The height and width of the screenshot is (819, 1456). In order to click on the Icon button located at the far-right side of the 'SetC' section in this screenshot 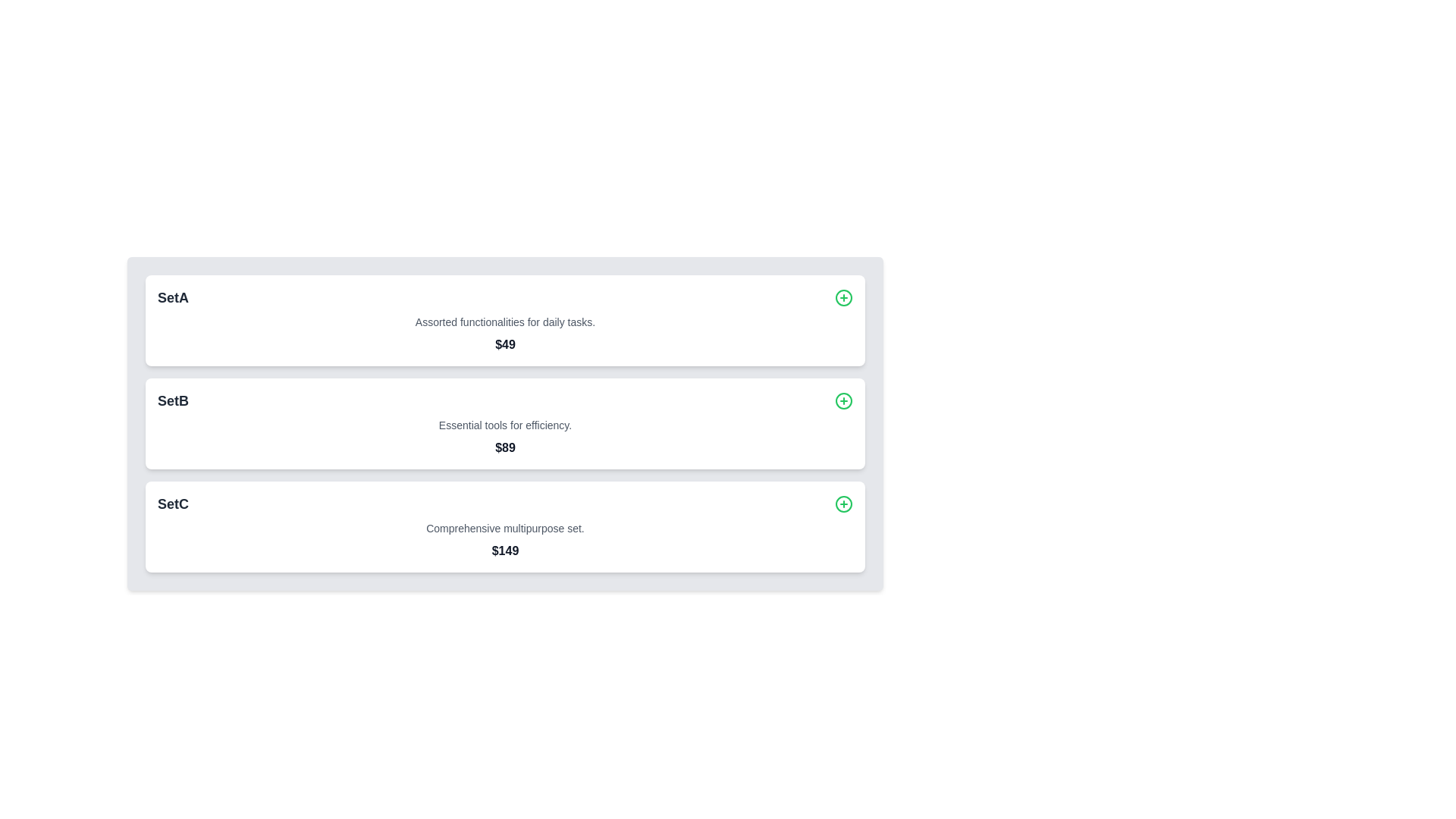, I will do `click(843, 504)`.